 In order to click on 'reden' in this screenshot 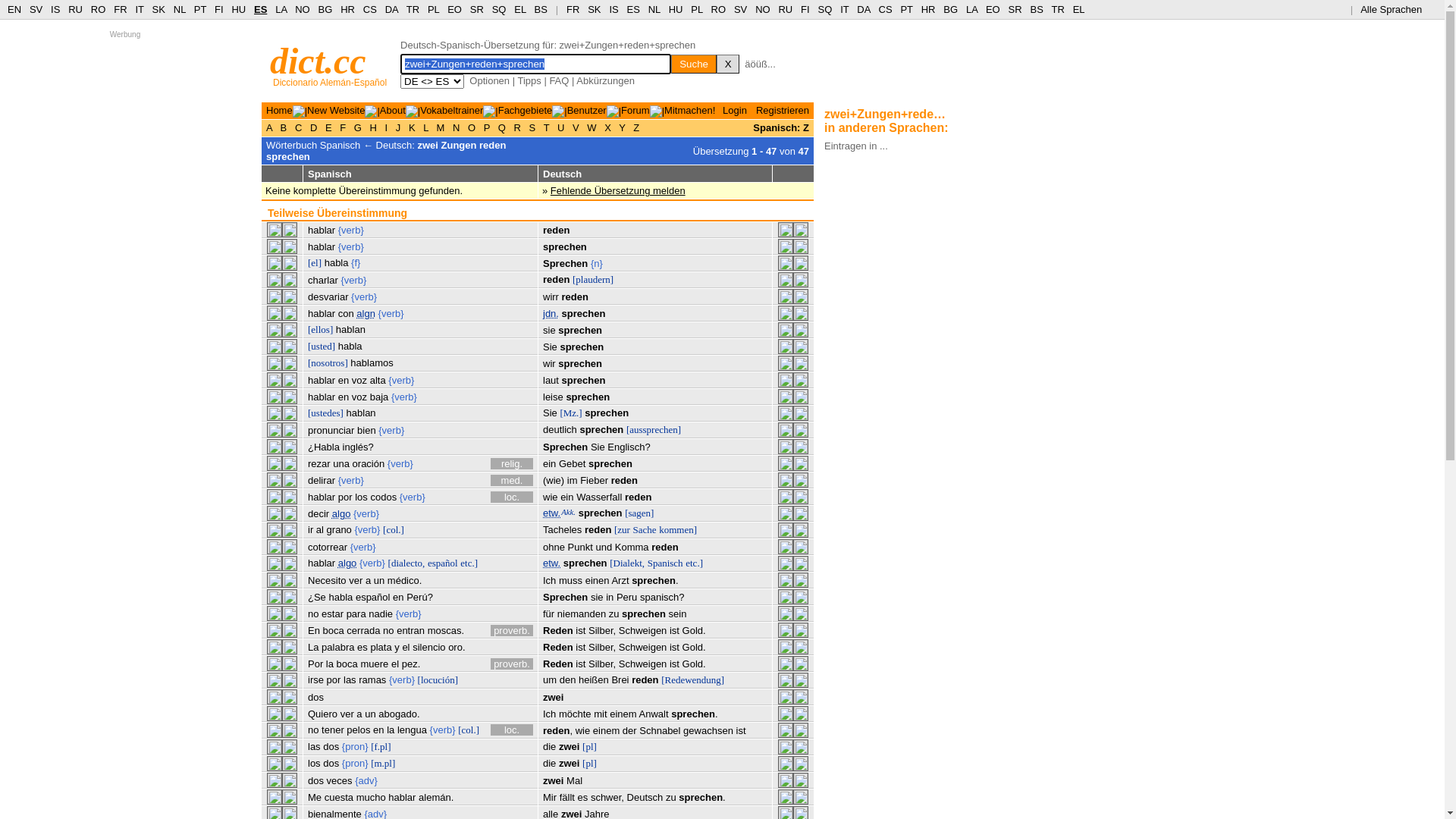, I will do `click(555, 230)`.